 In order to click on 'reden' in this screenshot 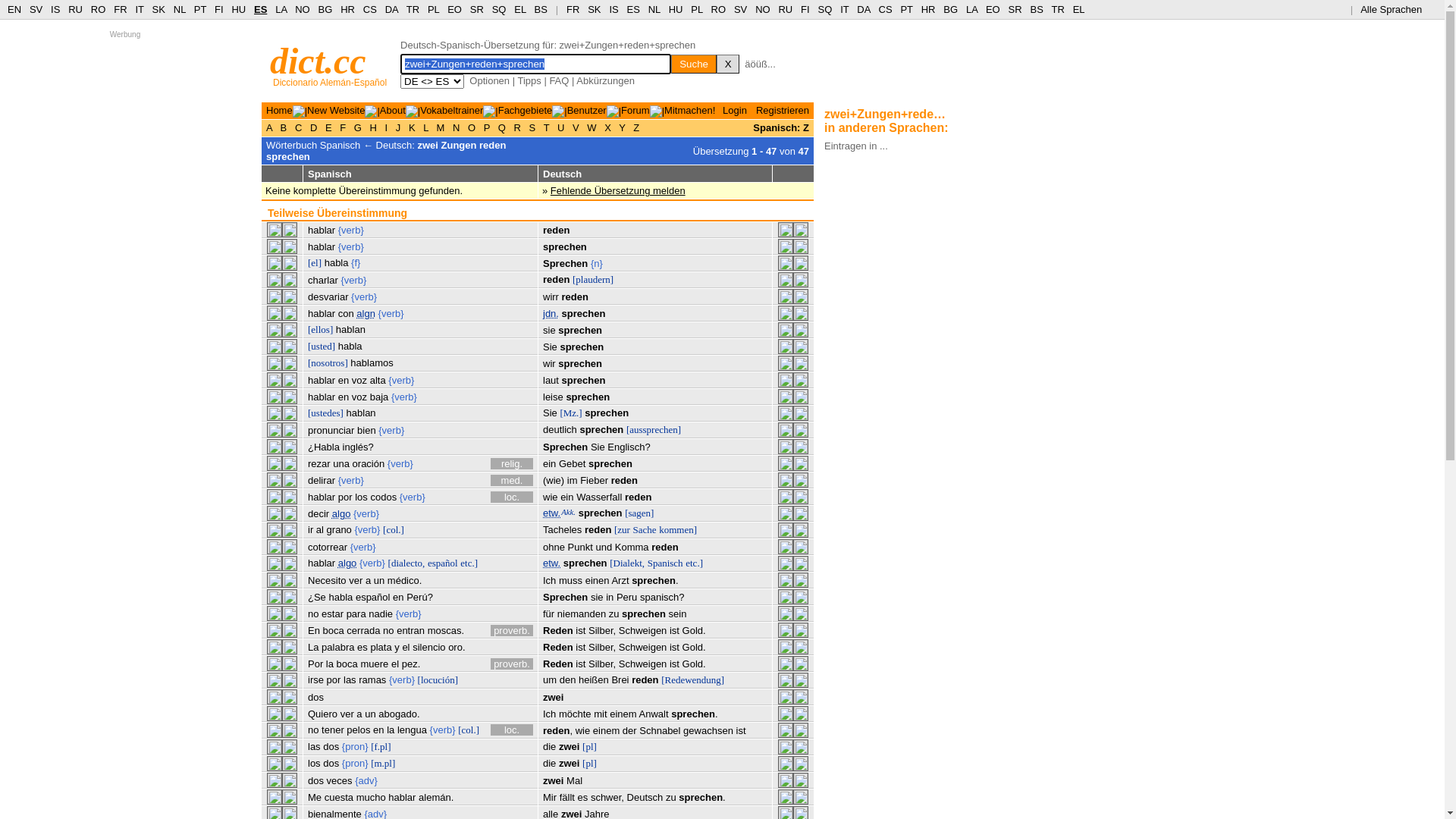, I will do `click(555, 230)`.